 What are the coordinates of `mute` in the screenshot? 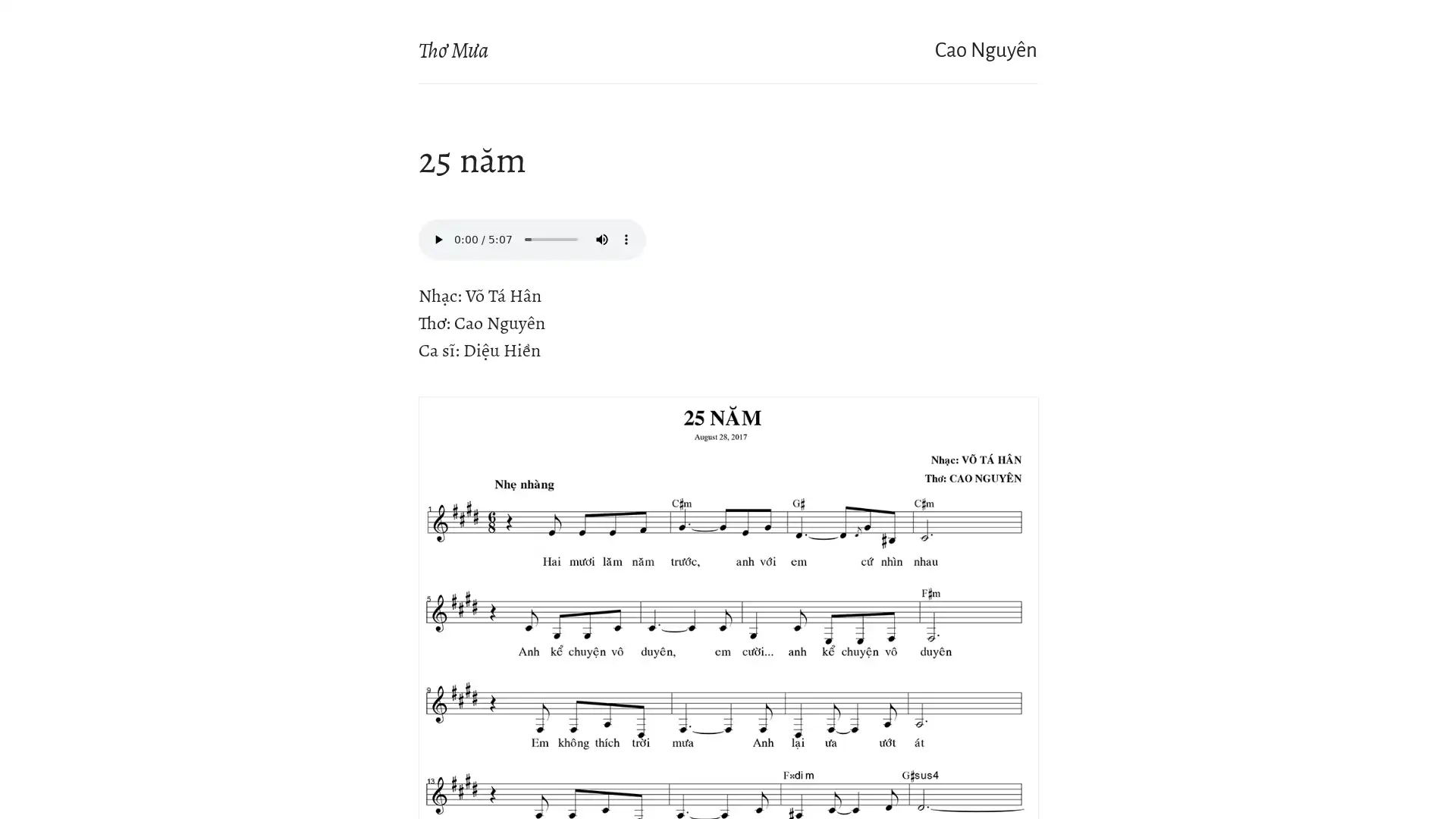 It's located at (601, 239).